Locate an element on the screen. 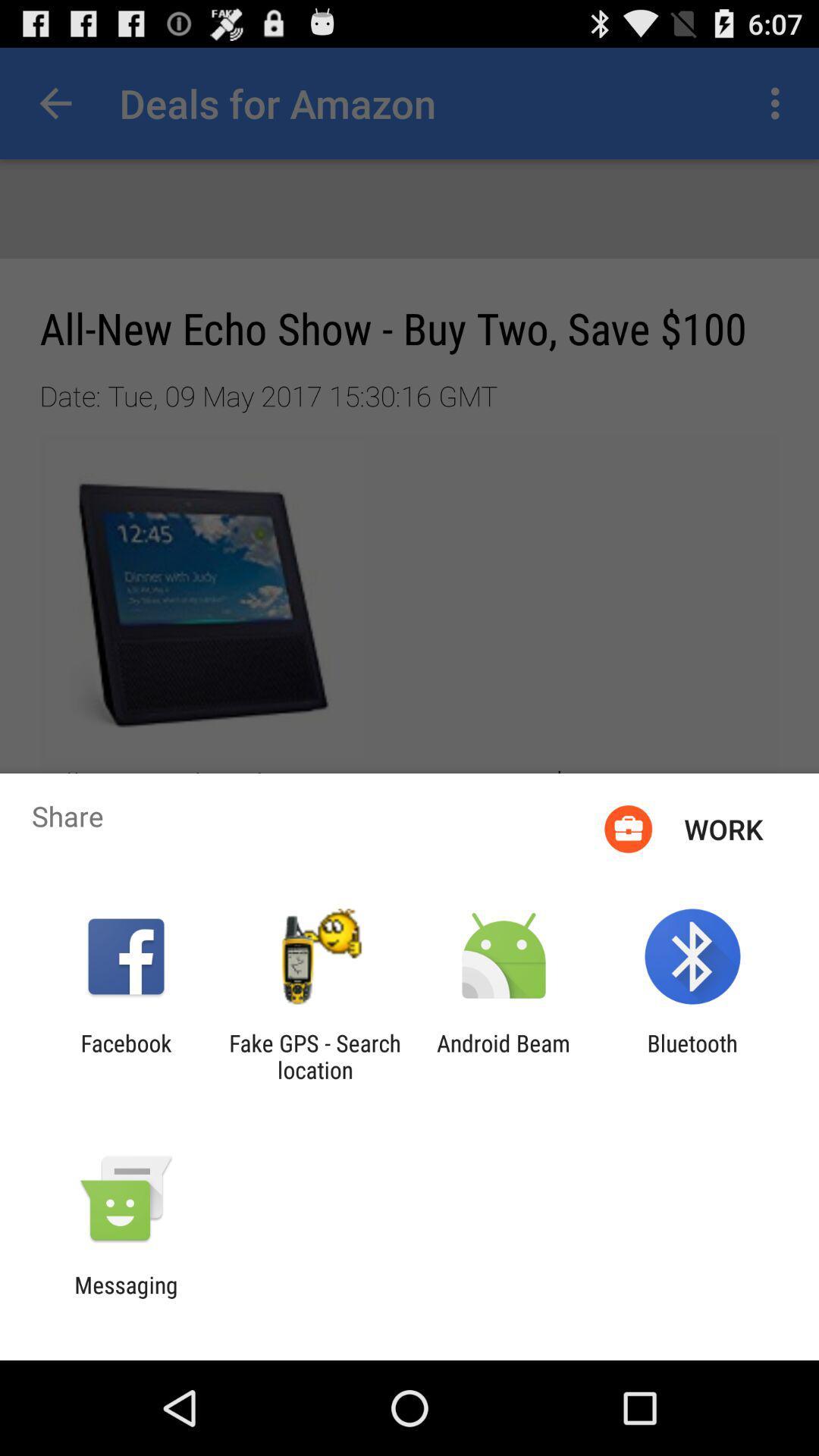  bluetooth item is located at coordinates (692, 1056).